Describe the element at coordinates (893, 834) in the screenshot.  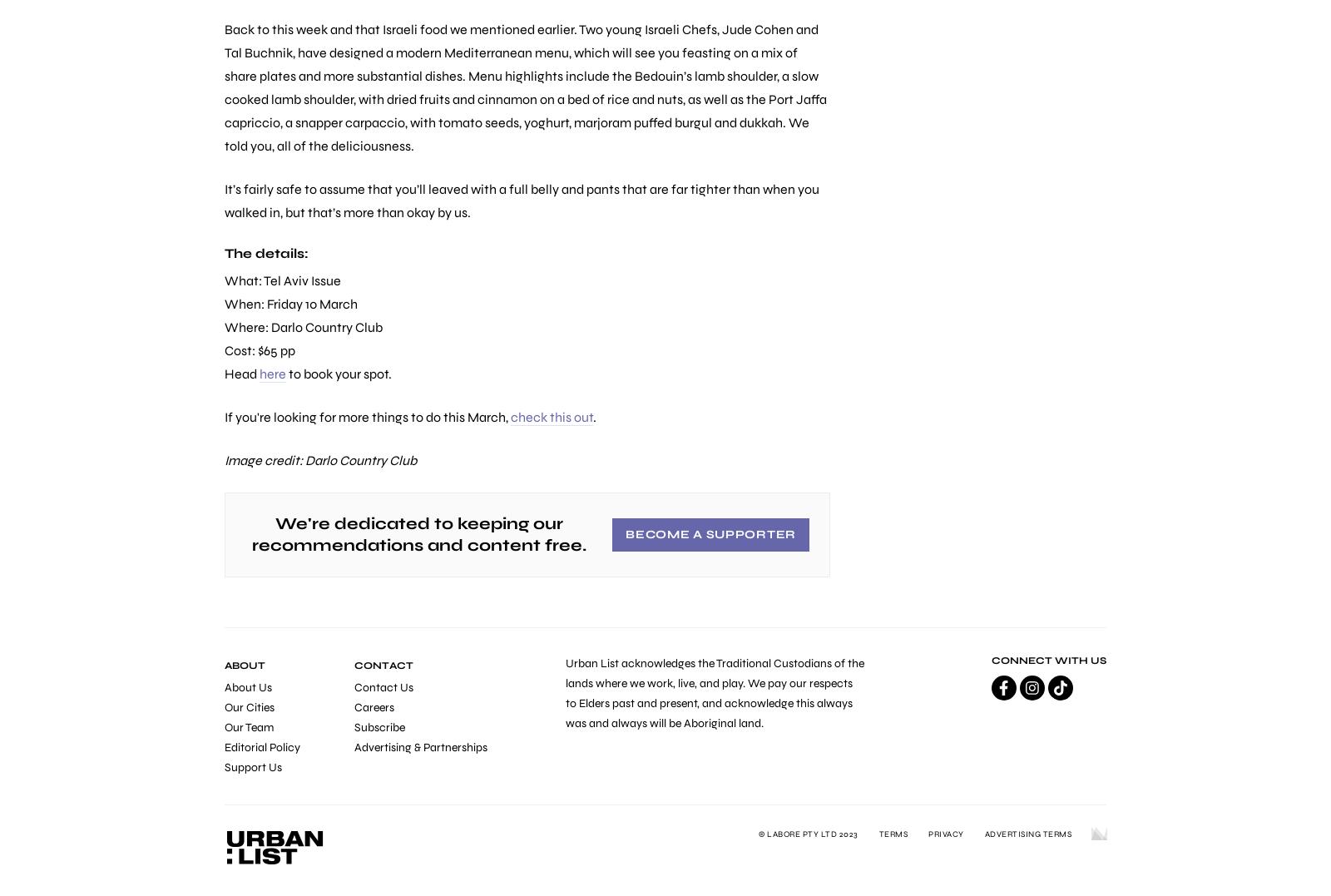
I see `'Terms'` at that location.